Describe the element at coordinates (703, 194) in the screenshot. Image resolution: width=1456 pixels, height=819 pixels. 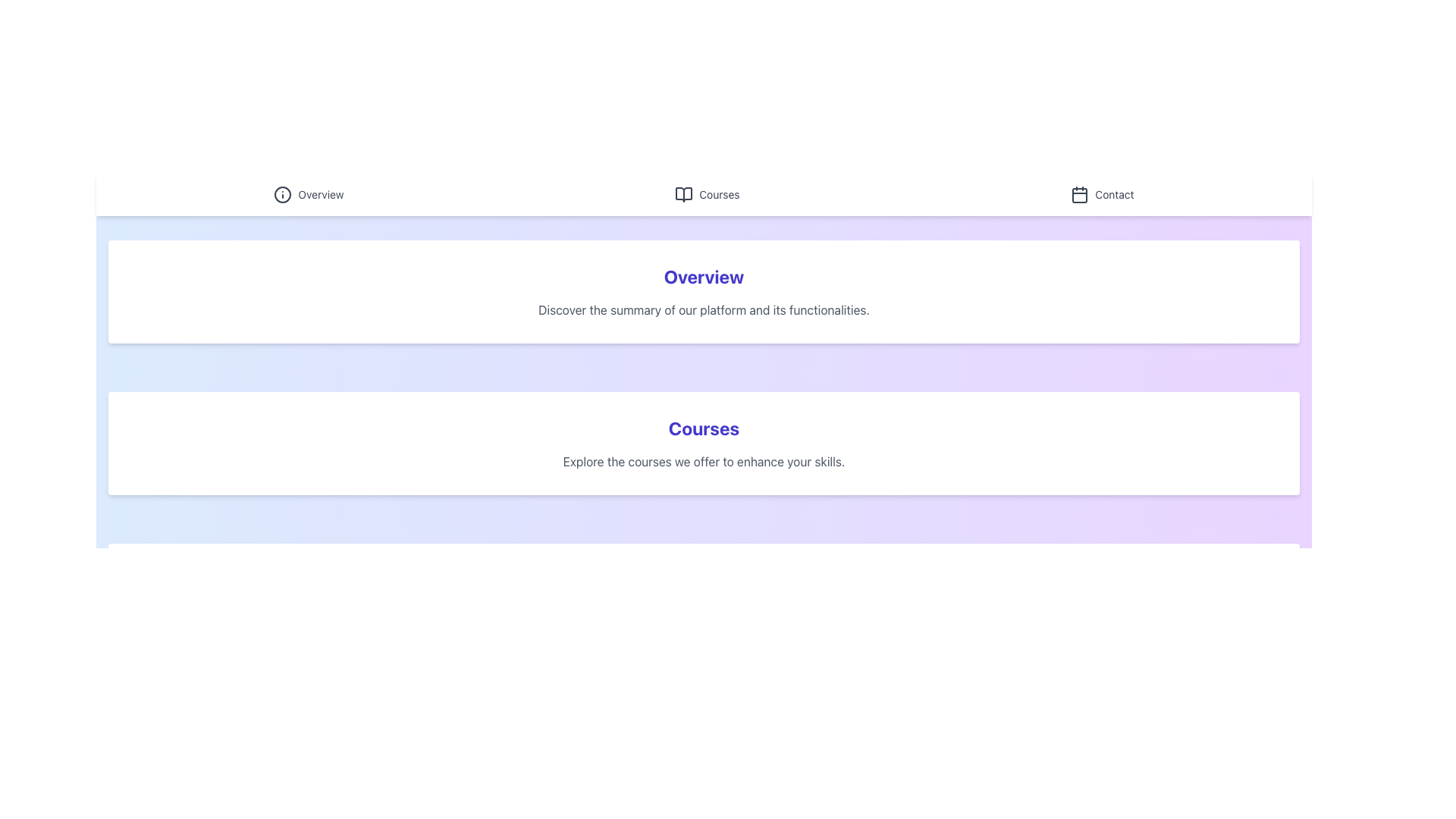
I see `the 'Courses' link in the top navigation bar` at that location.